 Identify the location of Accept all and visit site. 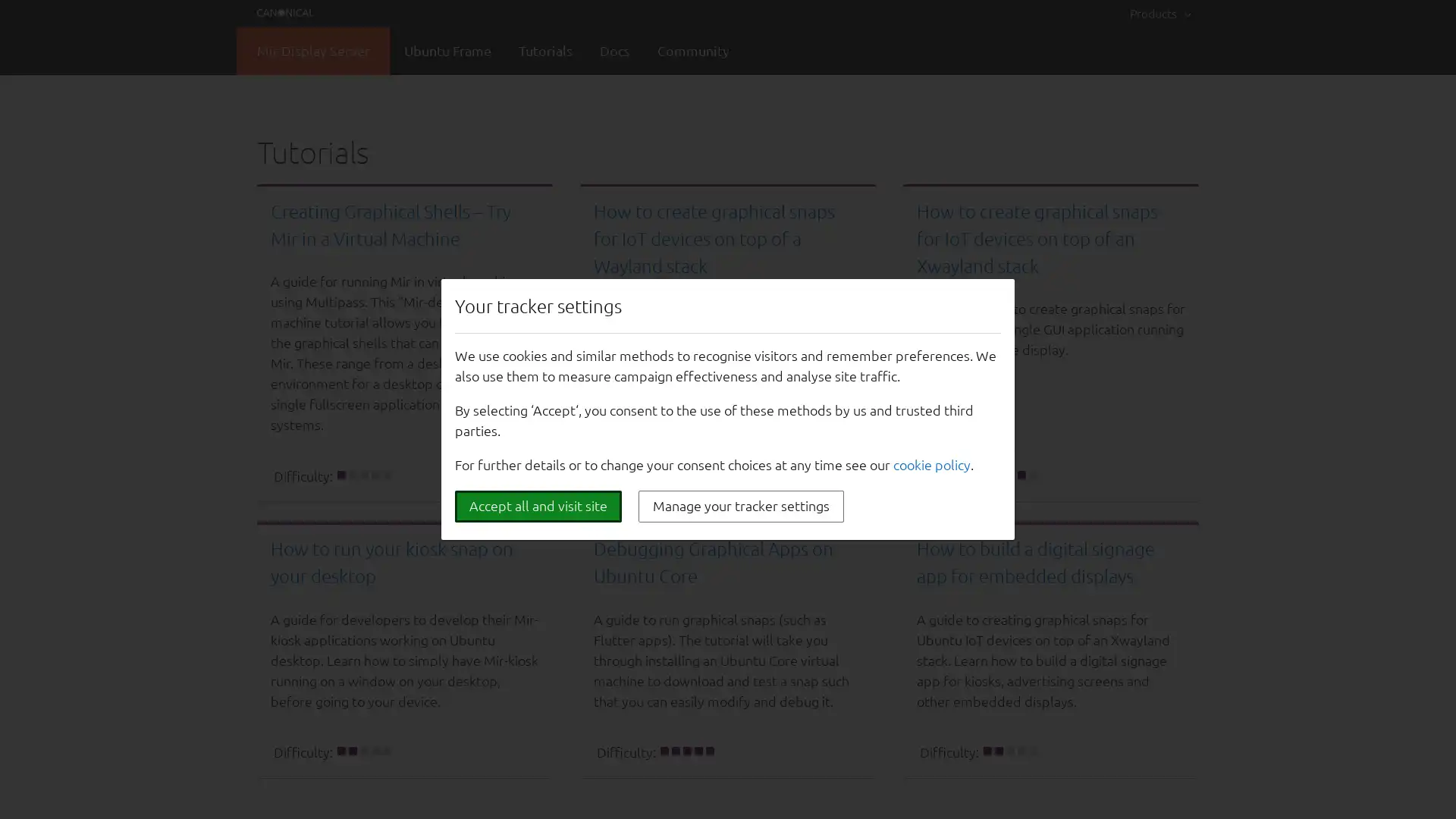
(538, 506).